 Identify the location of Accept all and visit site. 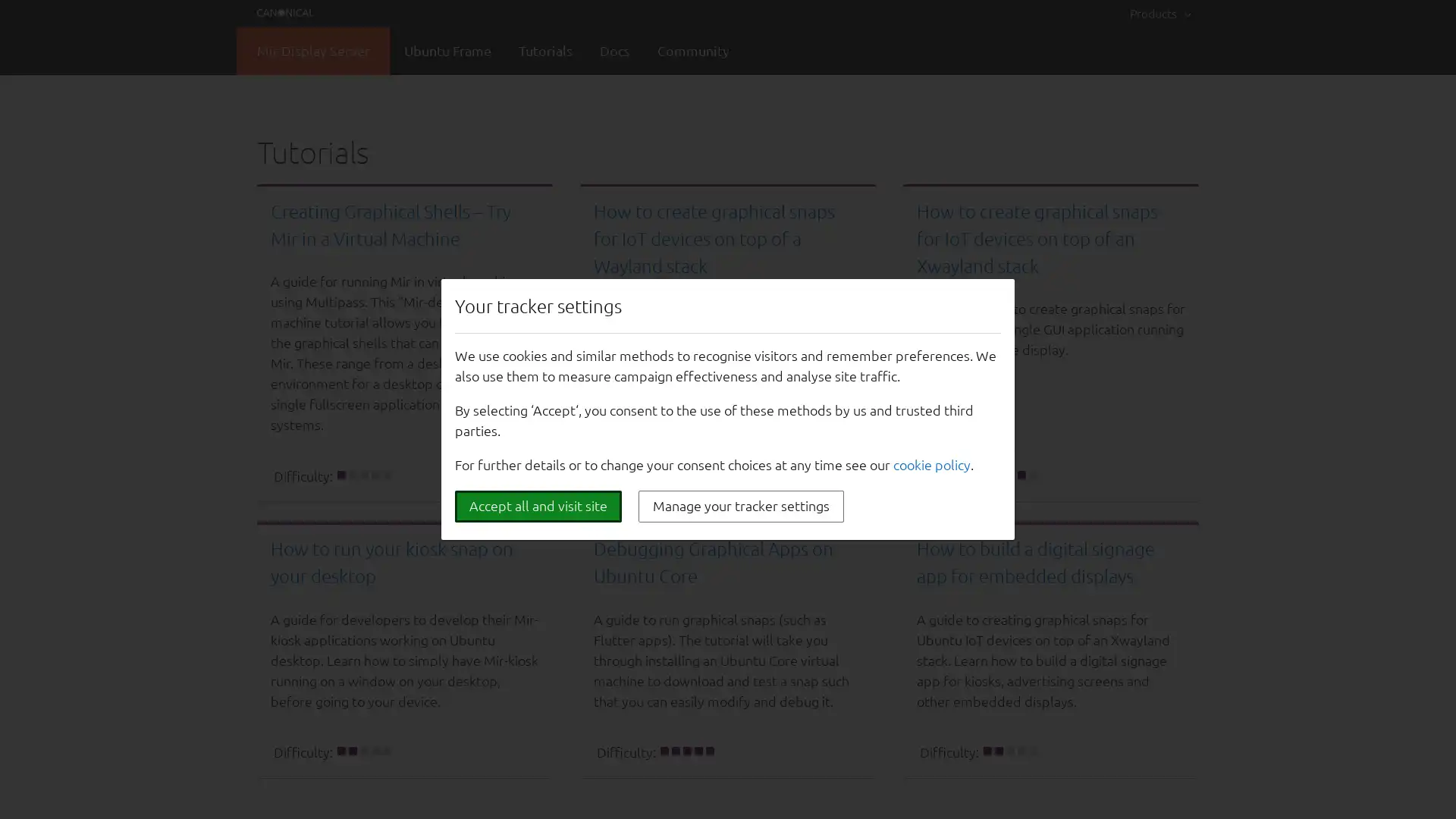
(538, 506).